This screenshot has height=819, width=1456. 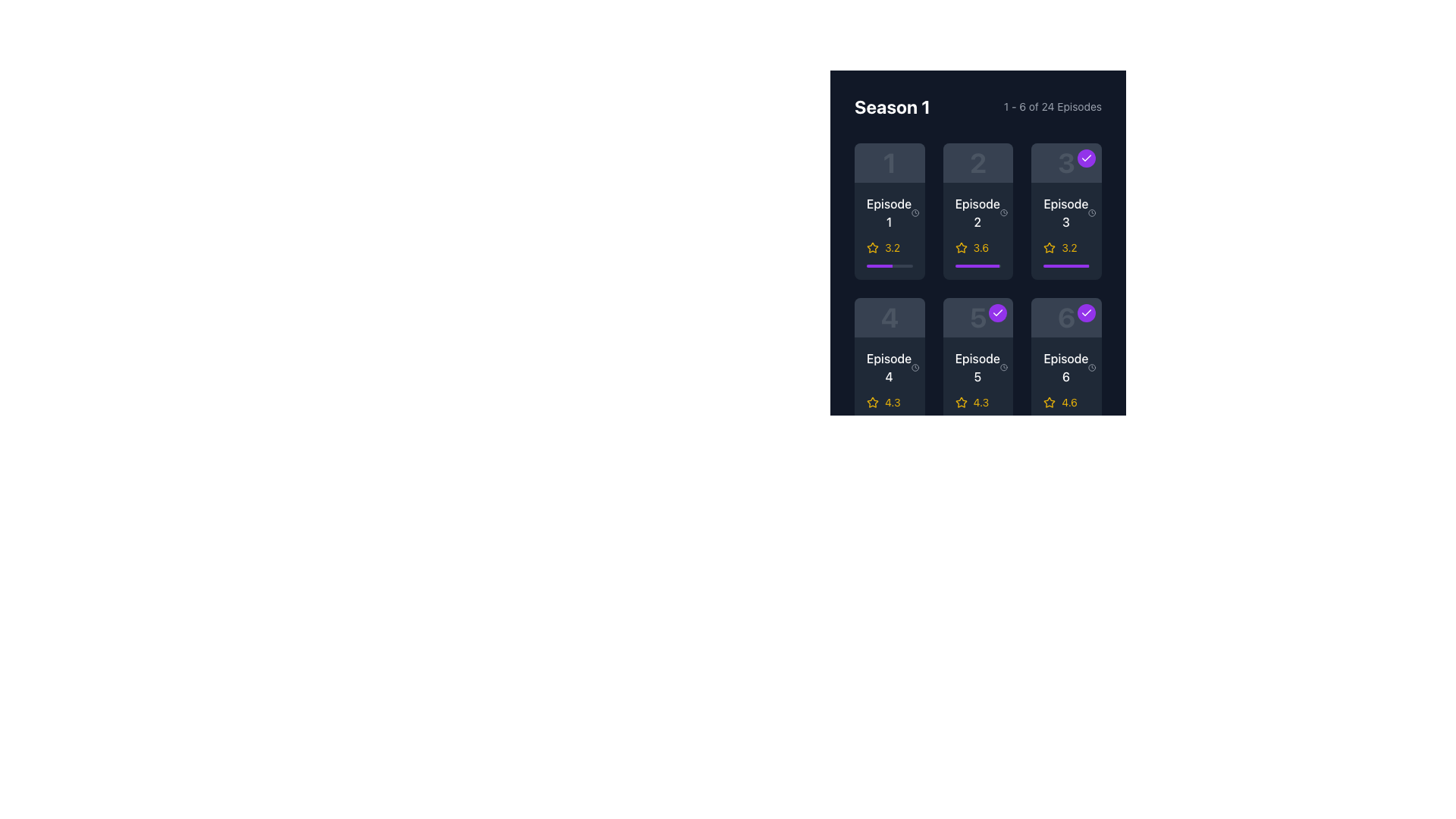 What do you see at coordinates (873, 247) in the screenshot?
I see `the yellow star icon indicating a rating, which is located in the top-left card of a 2x3 grid layout under the 'Season 1' header` at bounding box center [873, 247].